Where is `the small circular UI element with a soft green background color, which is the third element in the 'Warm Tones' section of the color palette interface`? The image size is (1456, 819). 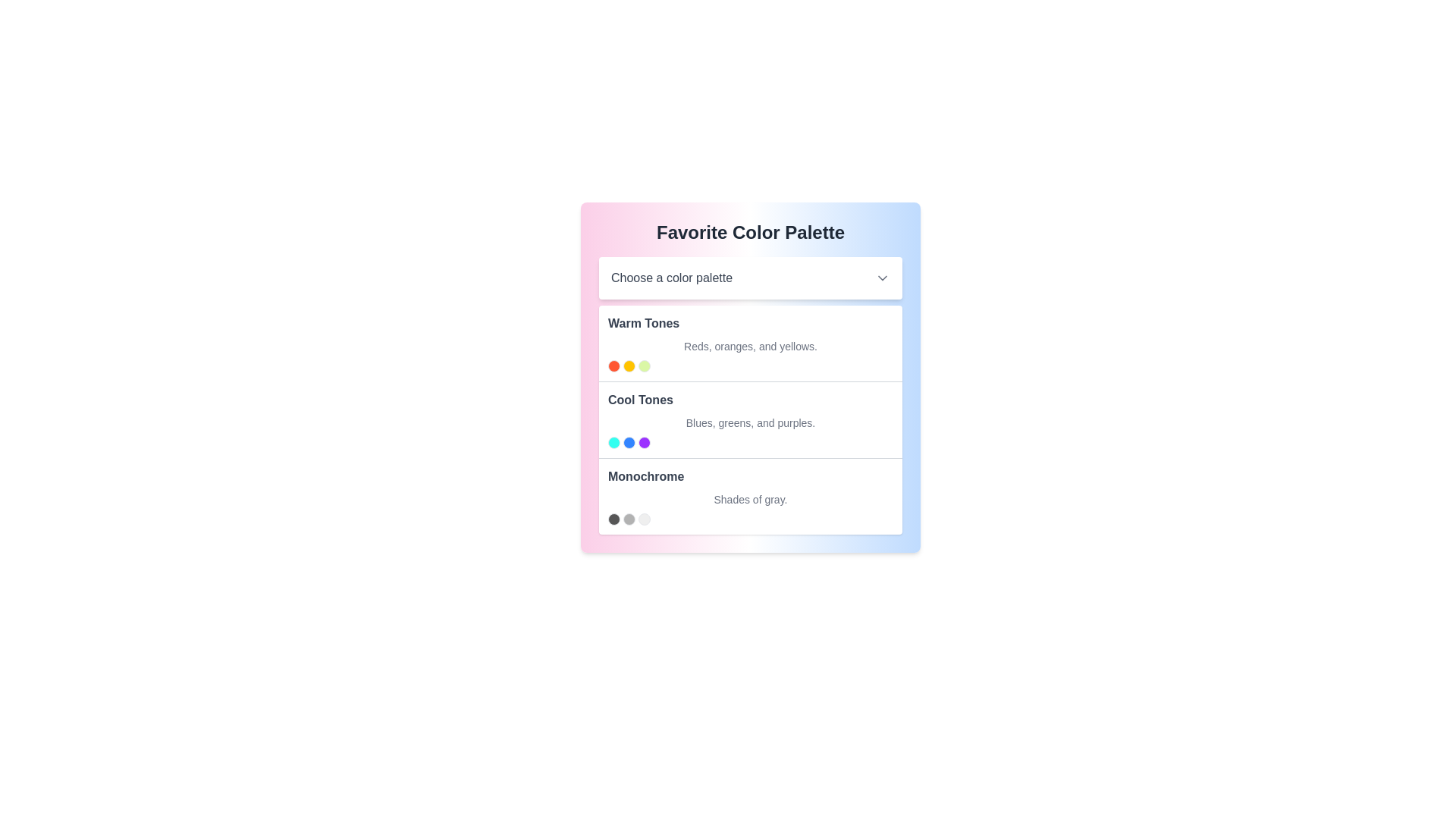
the small circular UI element with a soft green background color, which is the third element in the 'Warm Tones' section of the color palette interface is located at coordinates (644, 366).